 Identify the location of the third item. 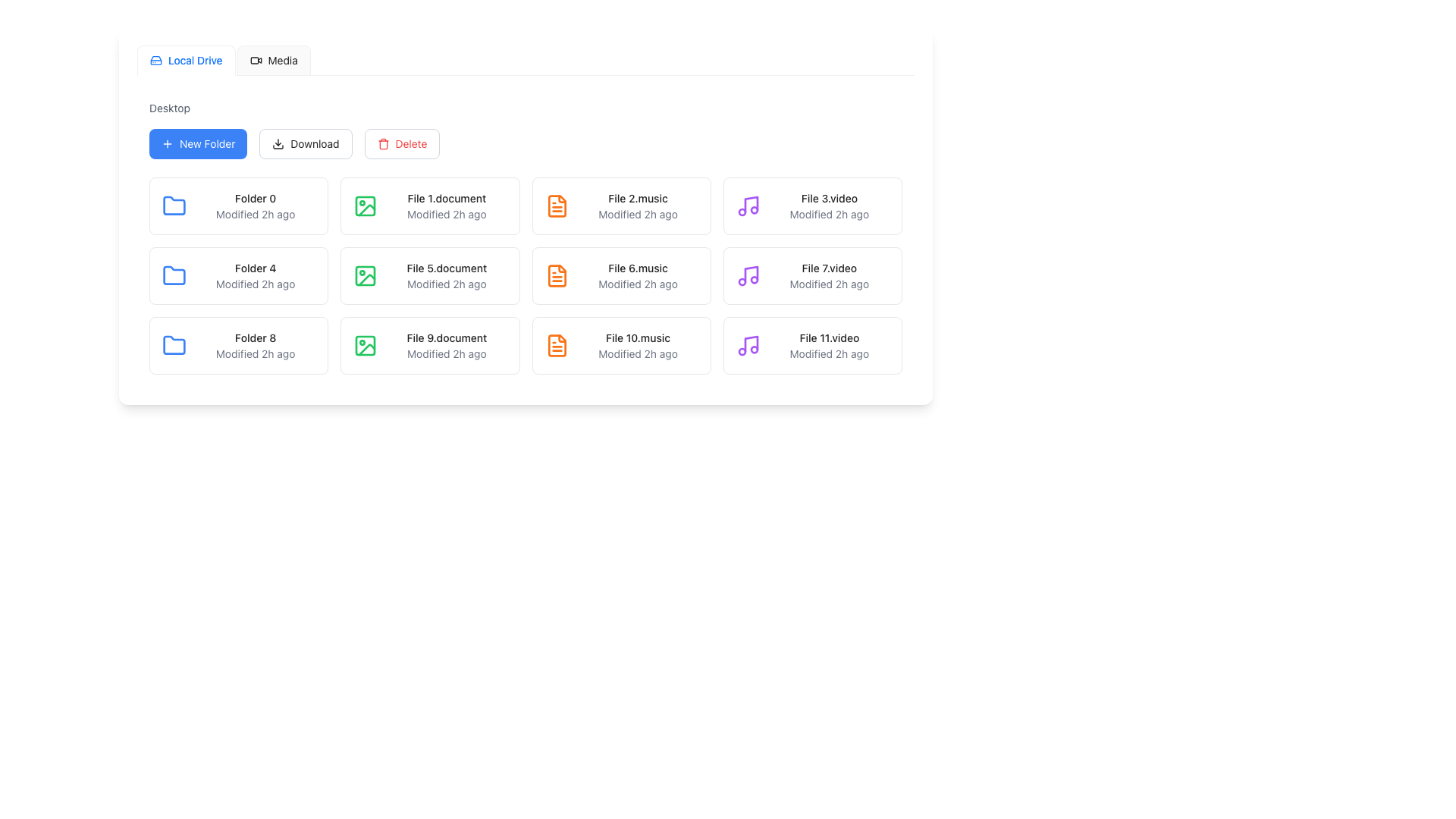
(811, 206).